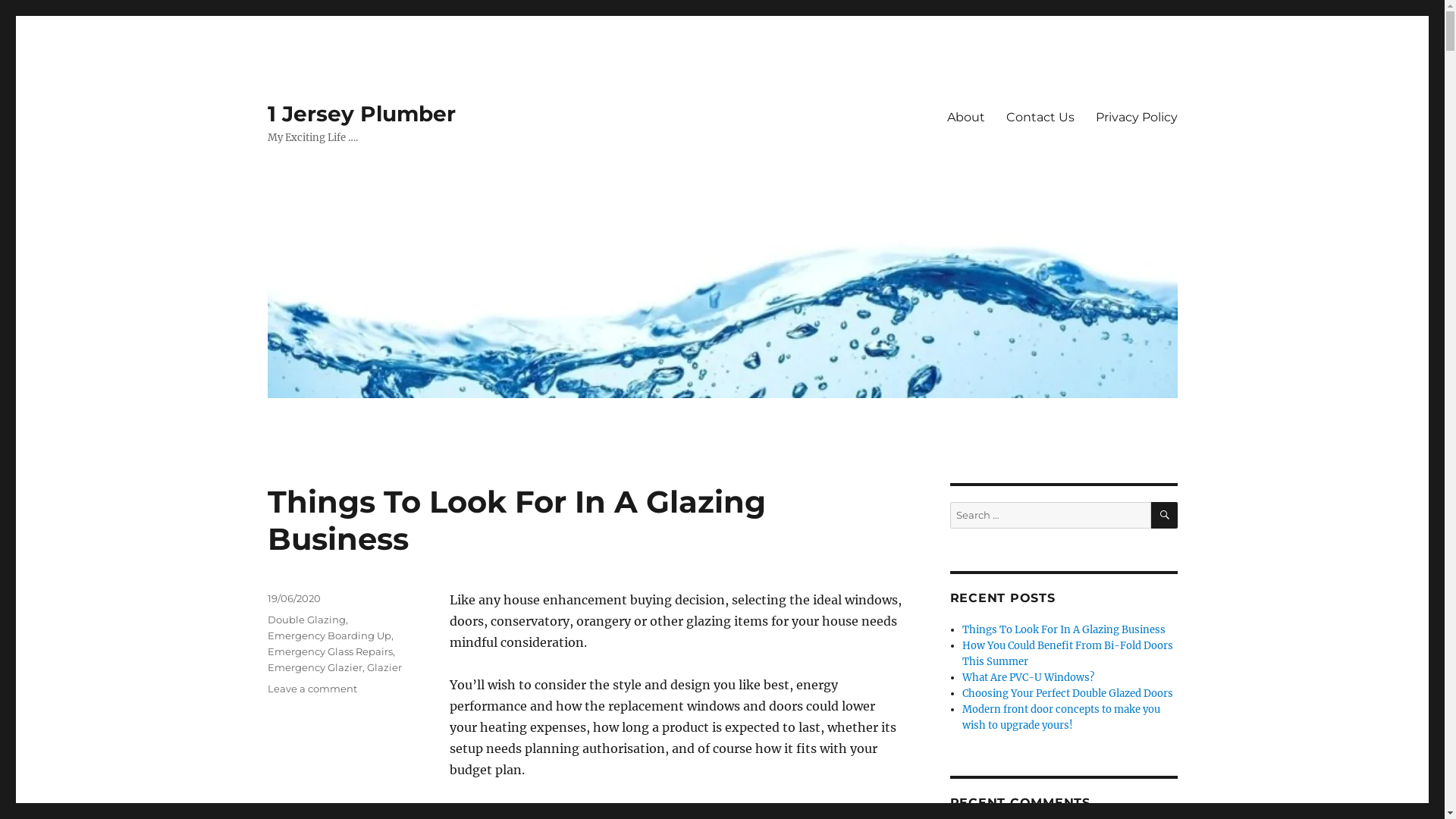  What do you see at coordinates (359, 113) in the screenshot?
I see `'1 Jersey Plumber'` at bounding box center [359, 113].